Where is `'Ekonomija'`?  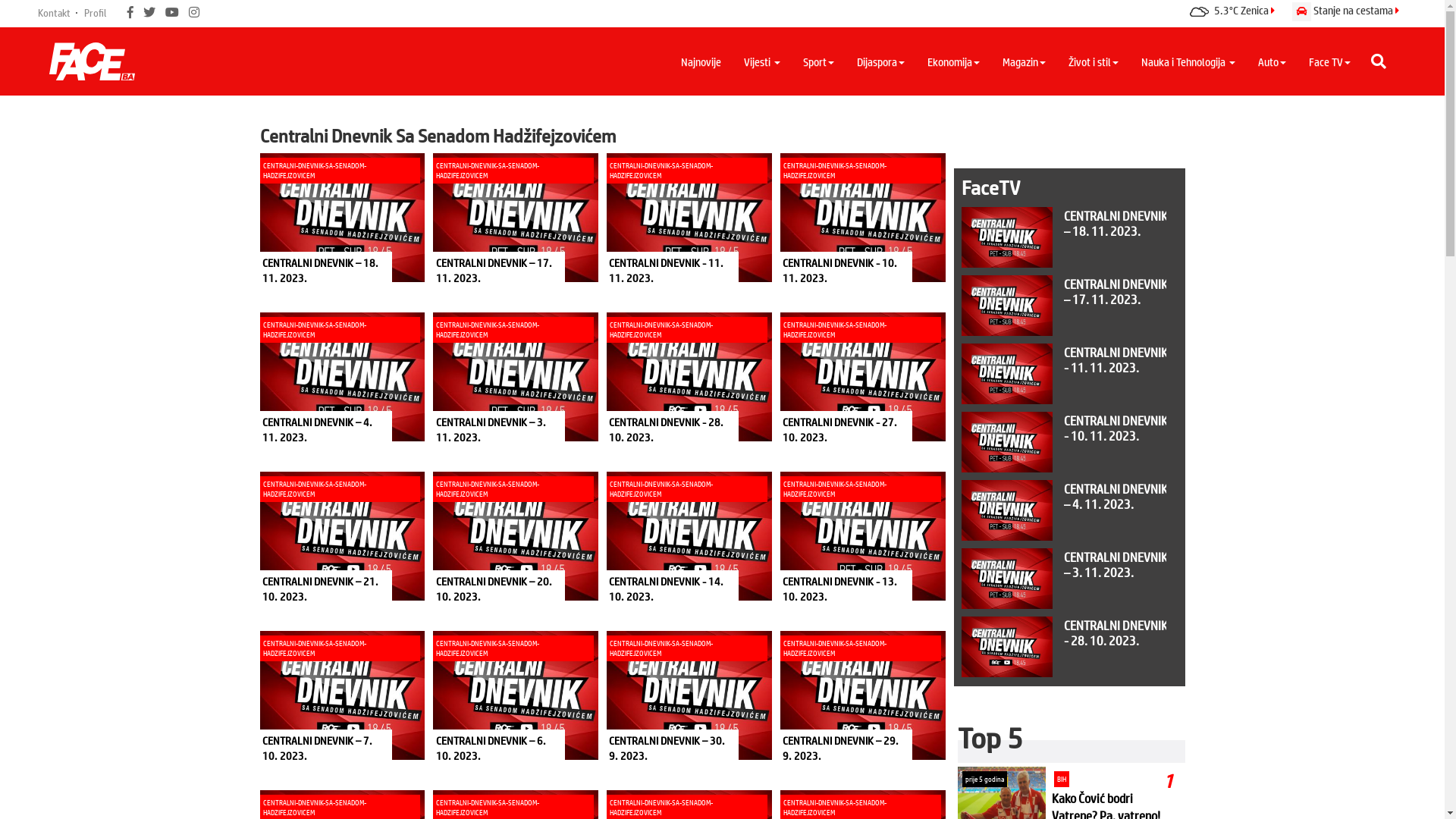
'Ekonomija' is located at coordinates (952, 61).